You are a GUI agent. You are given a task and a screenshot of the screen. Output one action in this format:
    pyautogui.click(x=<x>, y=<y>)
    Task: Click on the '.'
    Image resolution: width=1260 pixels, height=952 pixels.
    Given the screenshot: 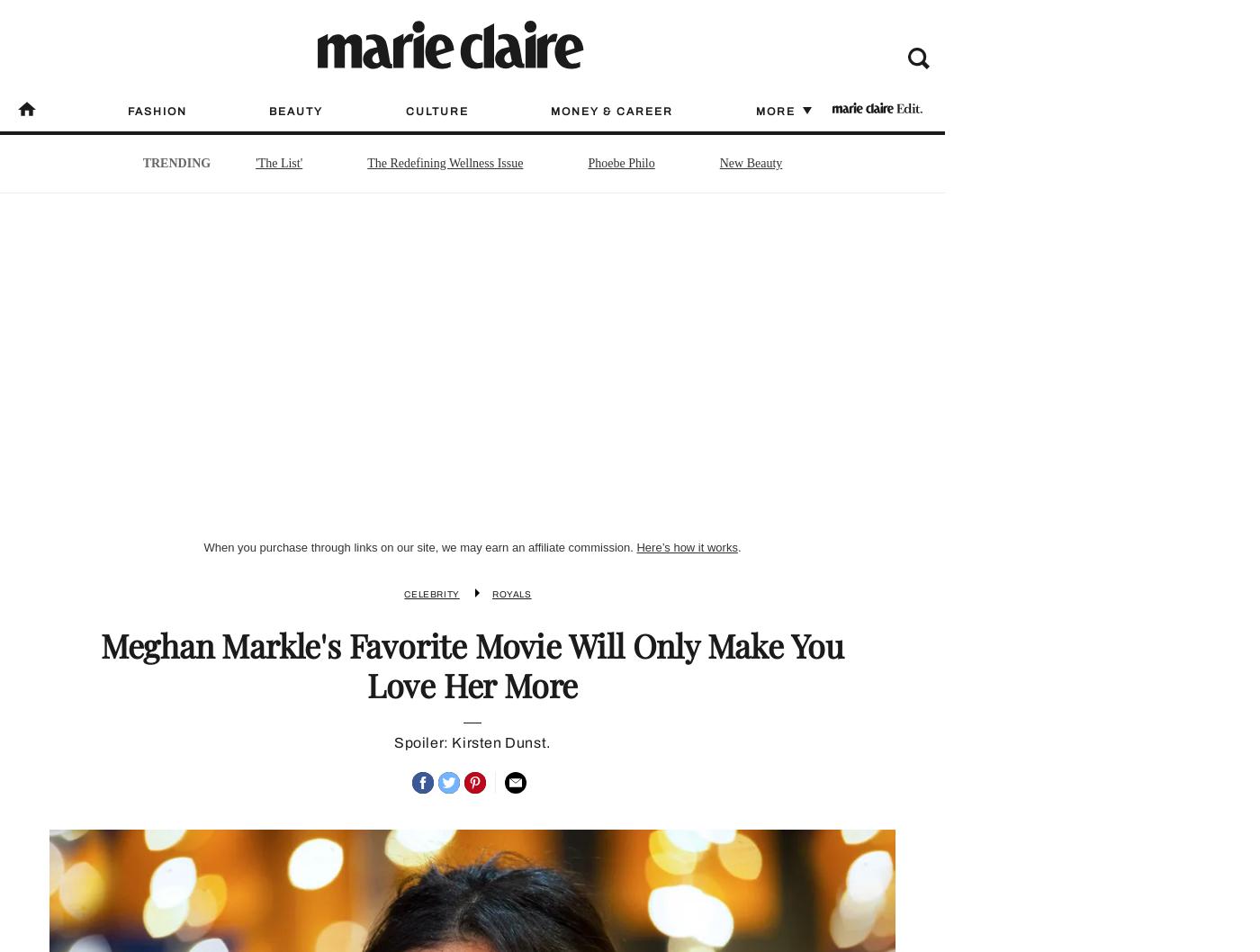 What is the action you would take?
    pyautogui.click(x=738, y=547)
    